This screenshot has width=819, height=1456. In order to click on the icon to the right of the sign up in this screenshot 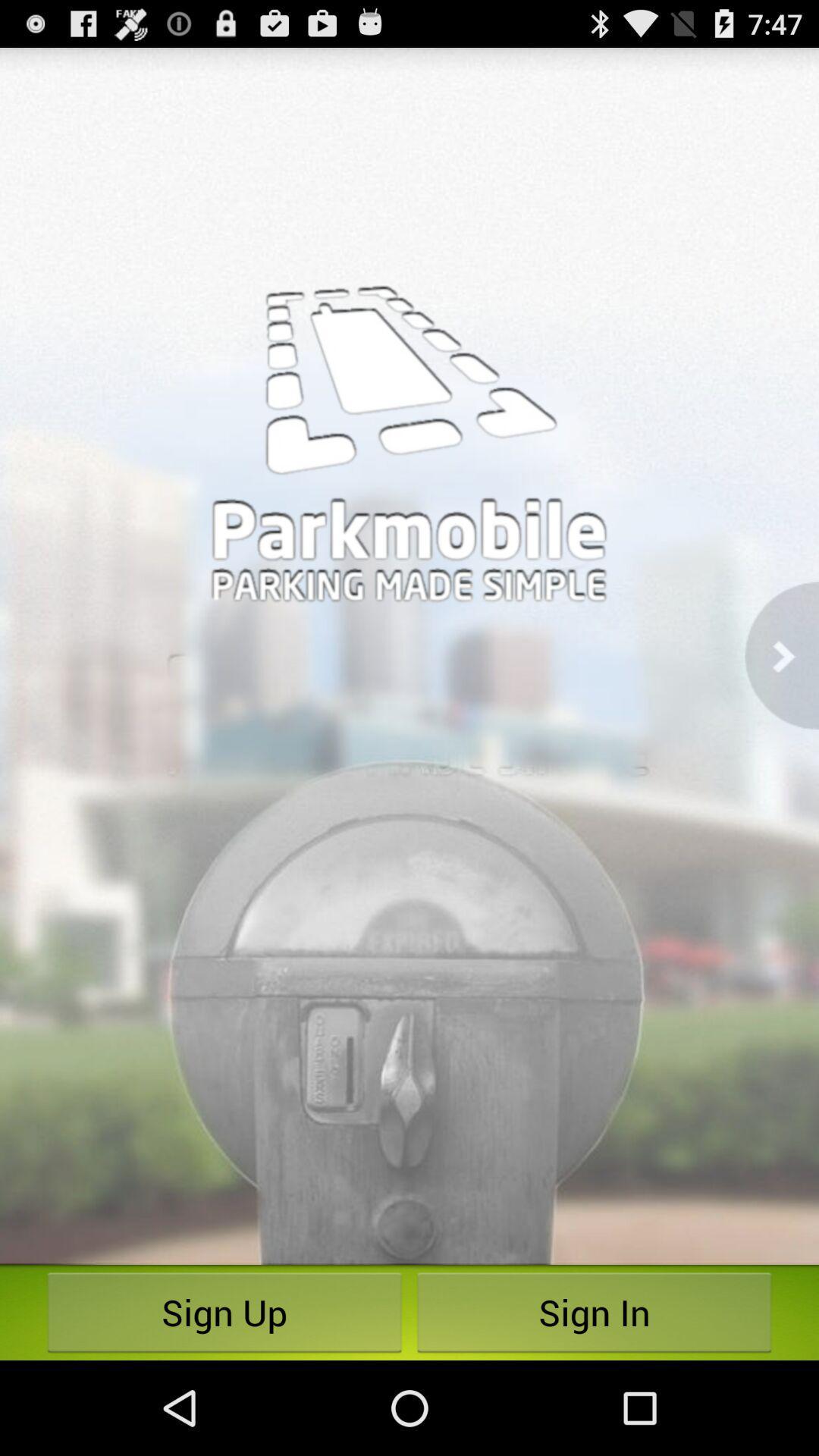, I will do `click(593, 1312)`.